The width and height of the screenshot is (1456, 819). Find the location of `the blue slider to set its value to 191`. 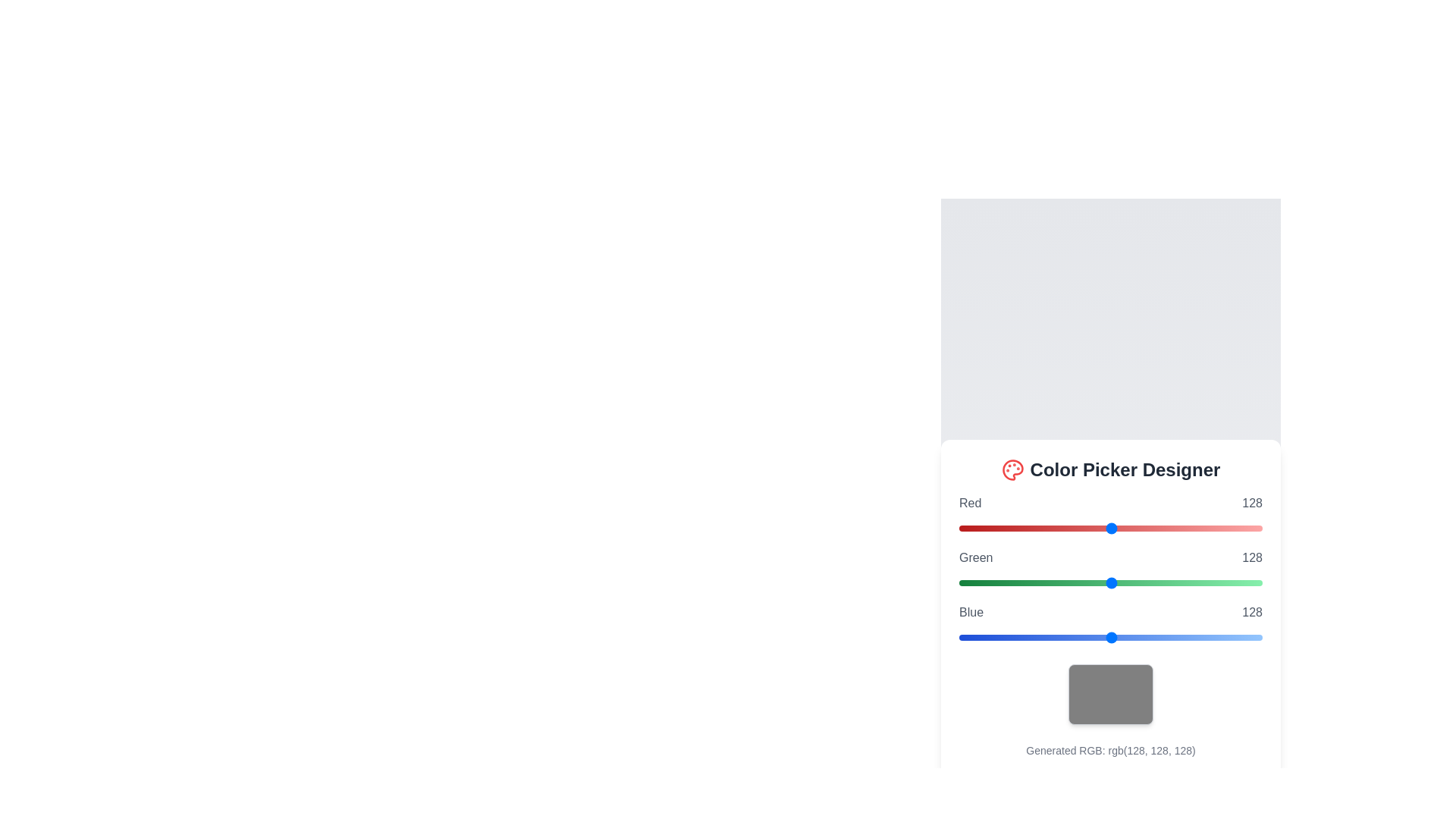

the blue slider to set its value to 191 is located at coordinates (1185, 637).